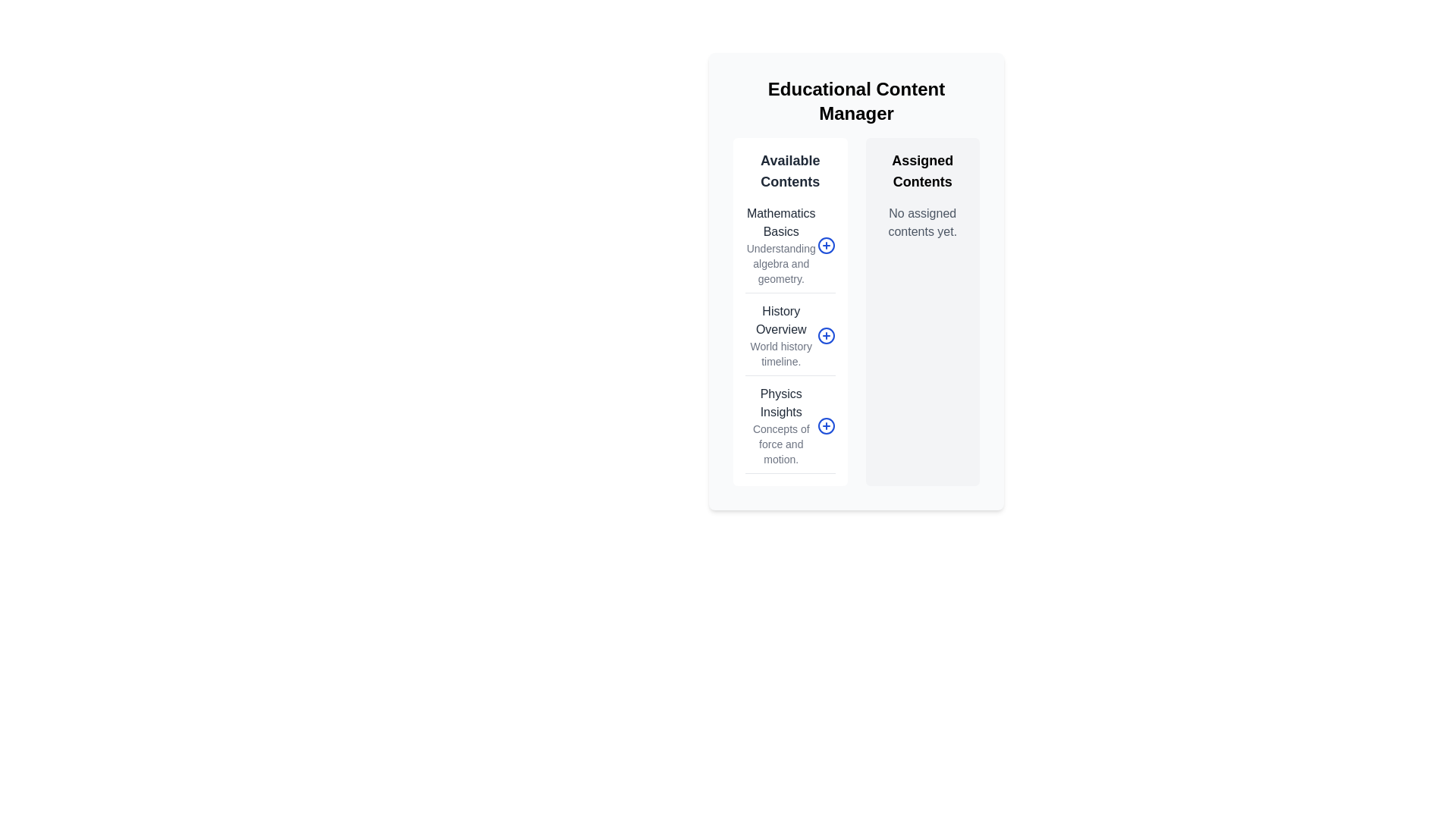 The width and height of the screenshot is (1456, 819). What do you see at coordinates (781, 335) in the screenshot?
I see `text from the 'History Overview' entry in the 'Available Contents' section, which is the second item in the vertical list` at bounding box center [781, 335].